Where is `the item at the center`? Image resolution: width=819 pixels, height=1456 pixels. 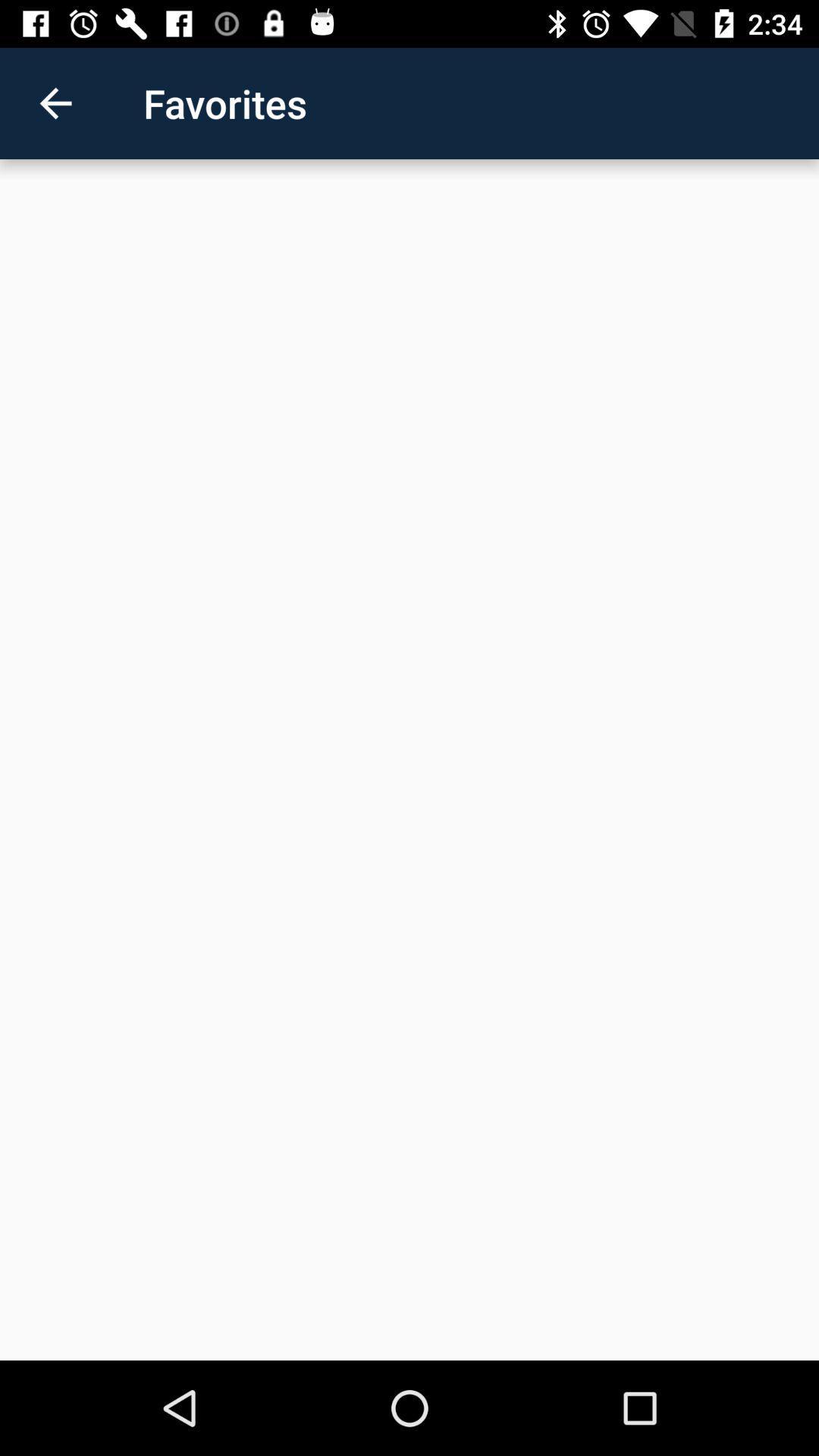
the item at the center is located at coordinates (409, 760).